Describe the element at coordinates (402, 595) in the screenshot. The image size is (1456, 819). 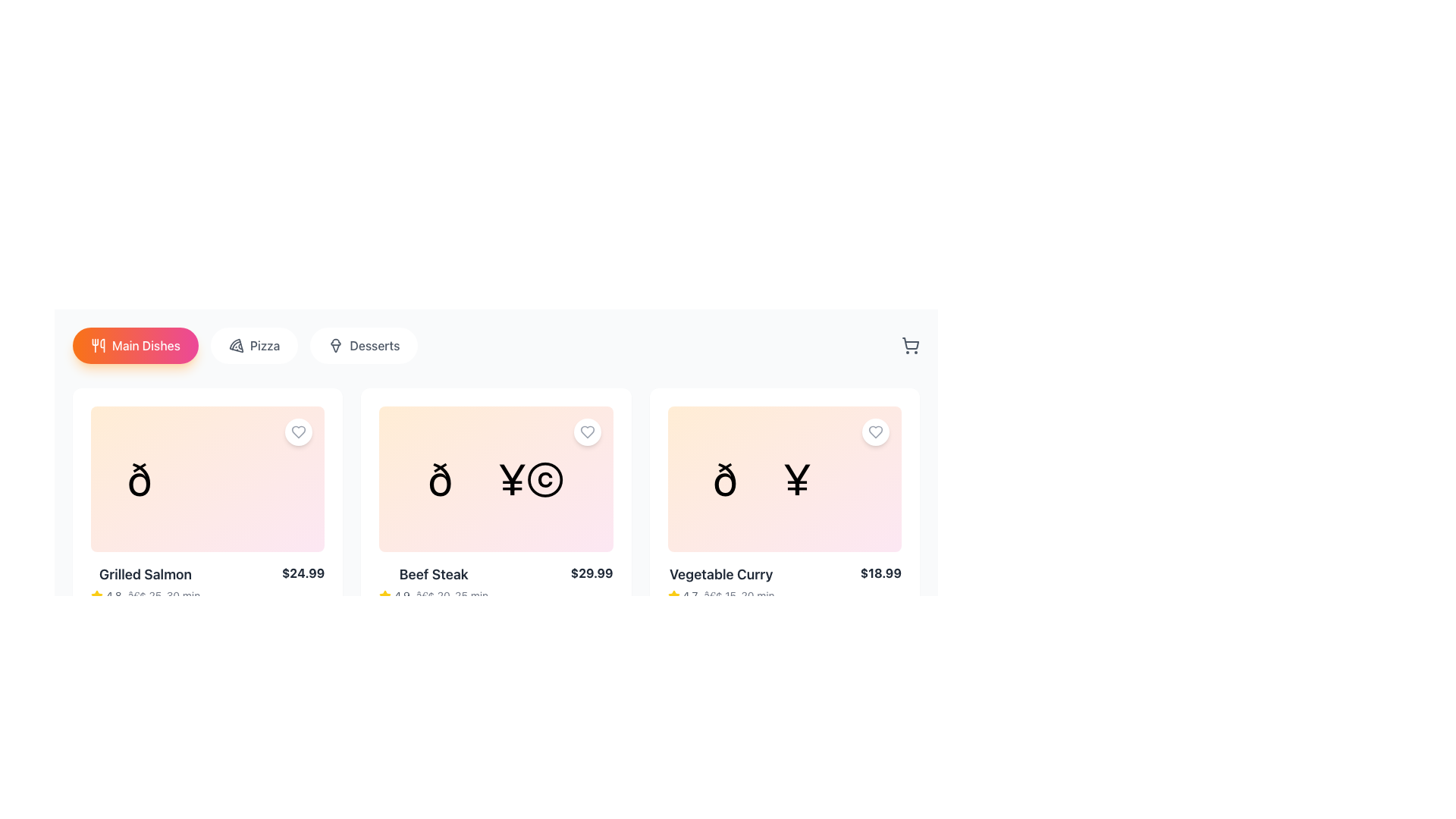
I see `the text label displaying the rating value for the 'Beef Steak' item, which is located below the 'Beef Steak' label in the second card of the menu grid, aligned to the right of the yellow star icon` at that location.